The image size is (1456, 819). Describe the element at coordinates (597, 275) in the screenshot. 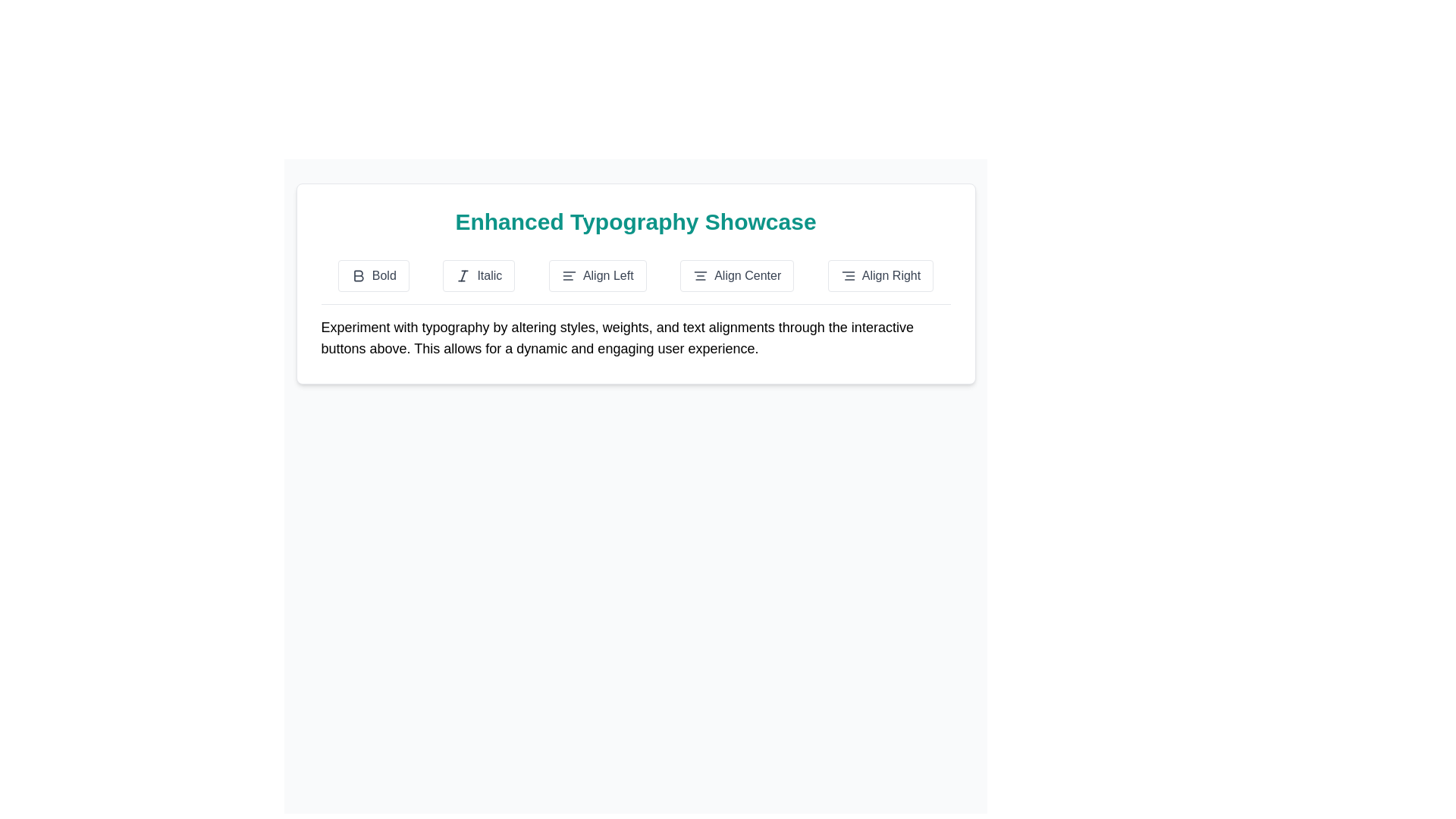

I see `the 'Align Left' button, which is the third button in the set of formatting options below 'Enhanced Typography Showcase', to align the selected text to the left` at that location.